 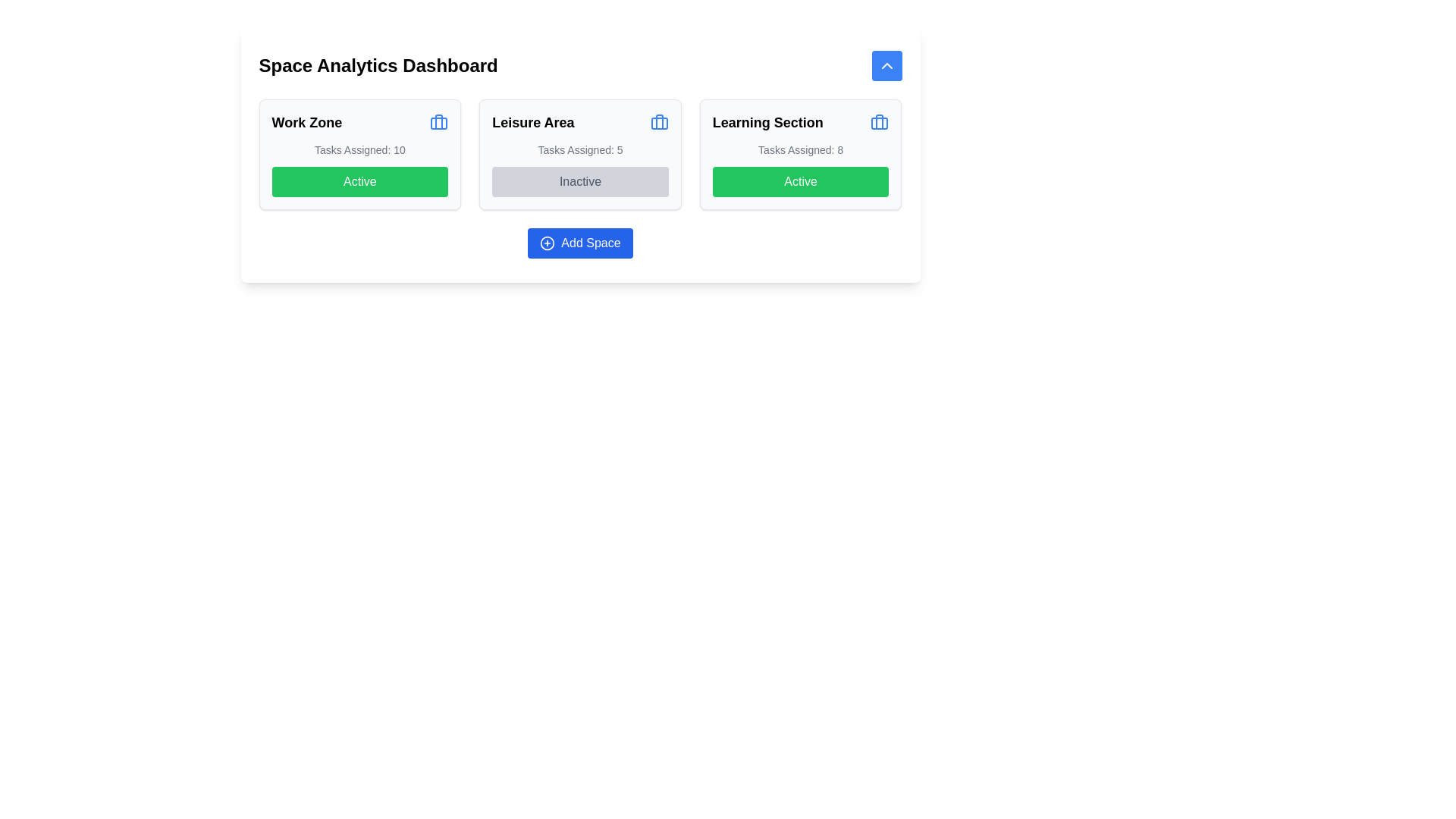 What do you see at coordinates (886, 65) in the screenshot?
I see `the blue circular button with a white upward-pointing chevron icon in the top-right corner of the 'Space Analytics Dashboard'` at bounding box center [886, 65].